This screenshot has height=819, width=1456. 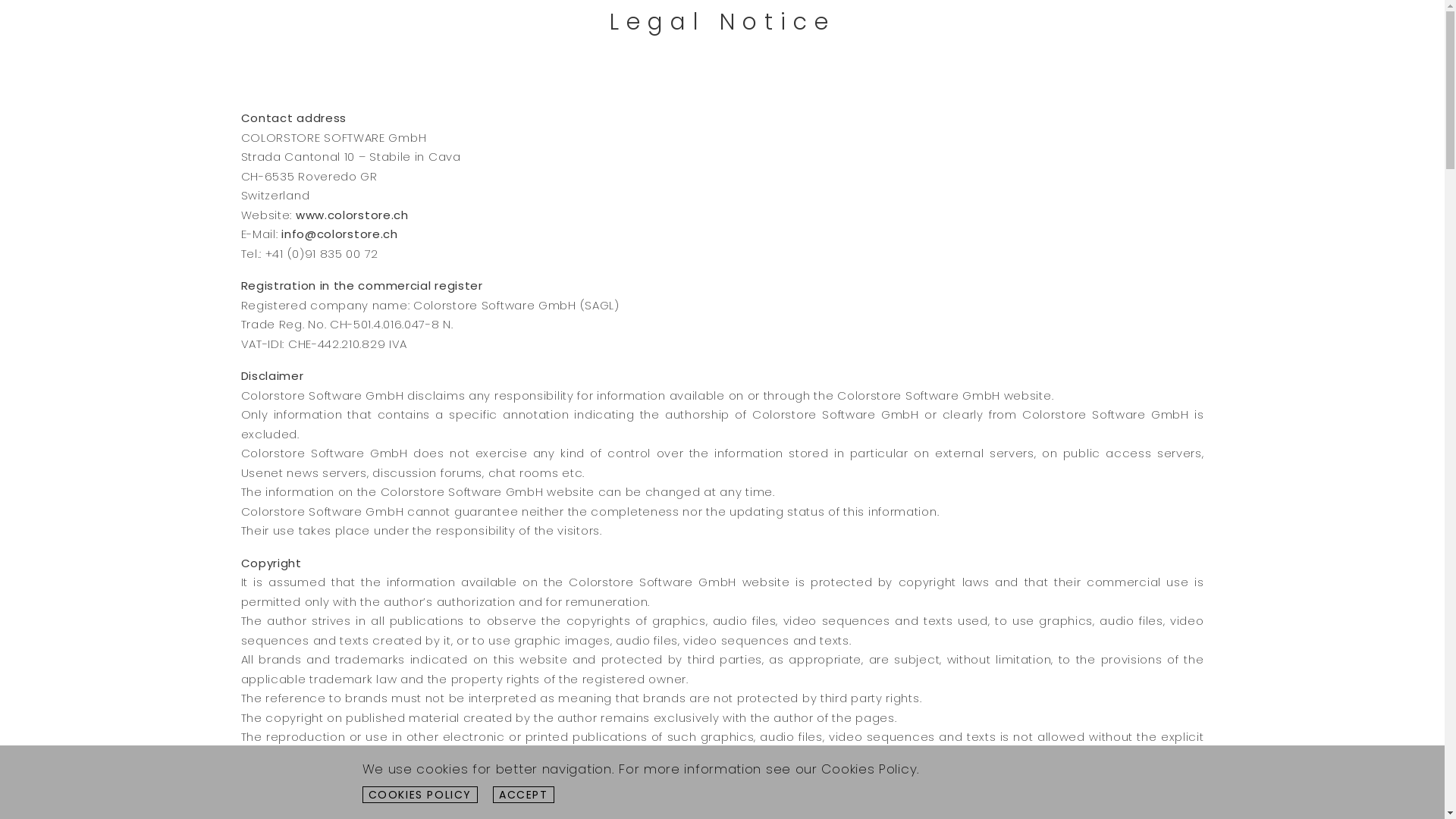 I want to click on 'www.colorstore.ch', so click(x=351, y=214).